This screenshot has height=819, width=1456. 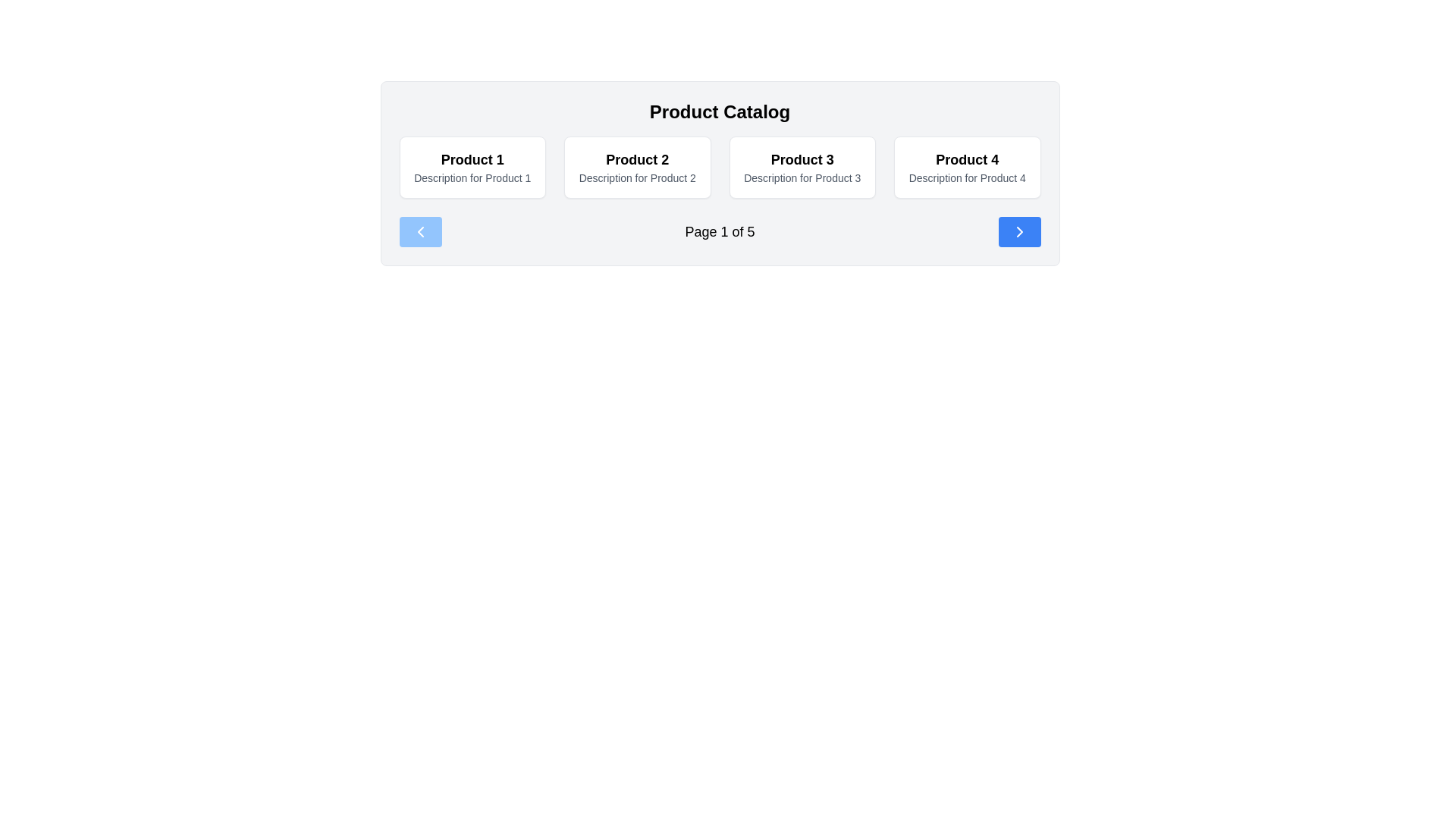 I want to click on the third product display unit card in the grid layout, which showcases the product title and description, located between 'Product 2' and 'Product 4', so click(x=802, y=167).